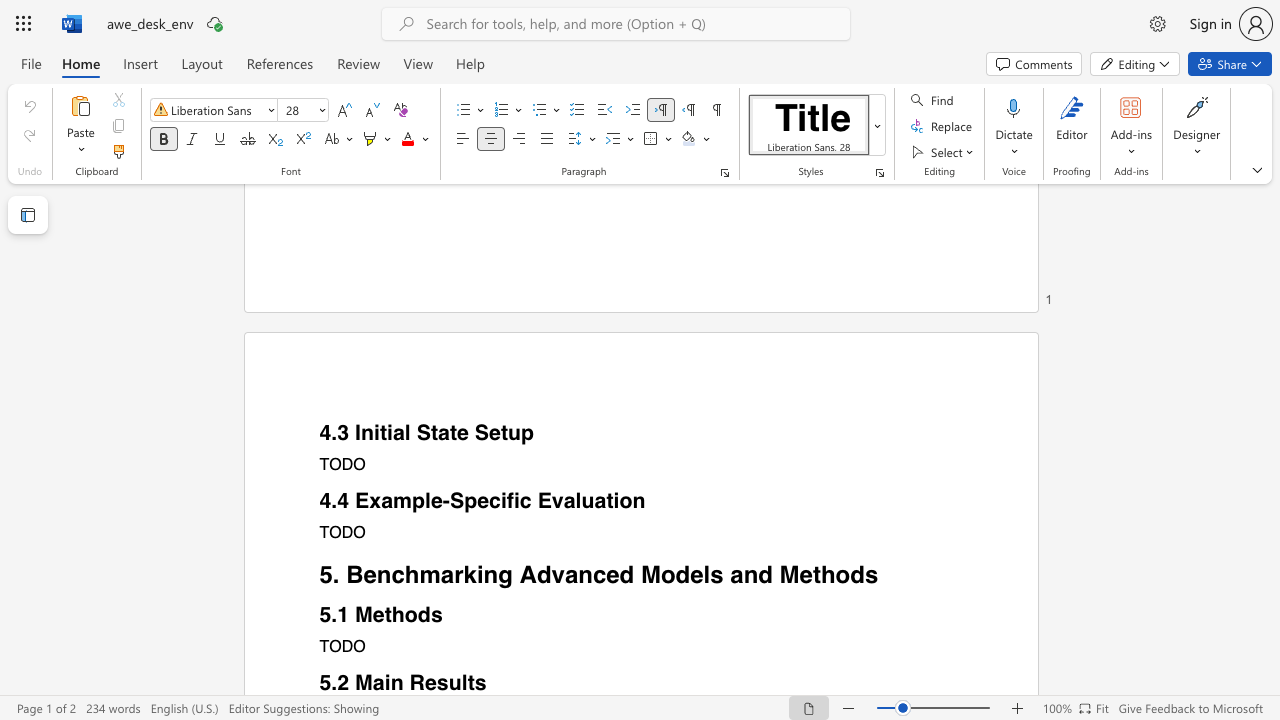  Describe the element at coordinates (435, 682) in the screenshot. I see `the subset text "sul" within the text "5.2 Main Results"` at that location.